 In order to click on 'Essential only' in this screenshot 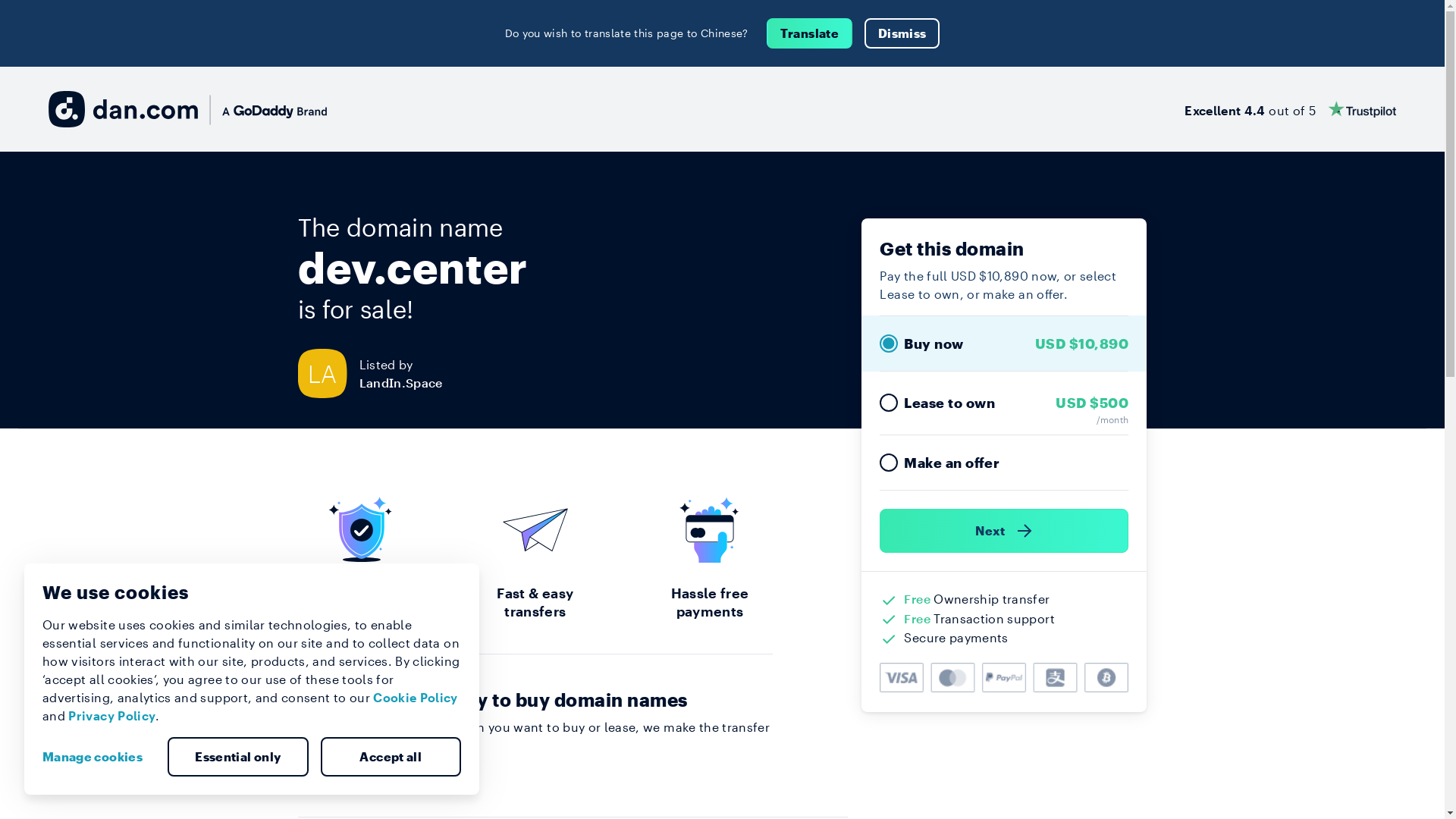, I will do `click(237, 757)`.